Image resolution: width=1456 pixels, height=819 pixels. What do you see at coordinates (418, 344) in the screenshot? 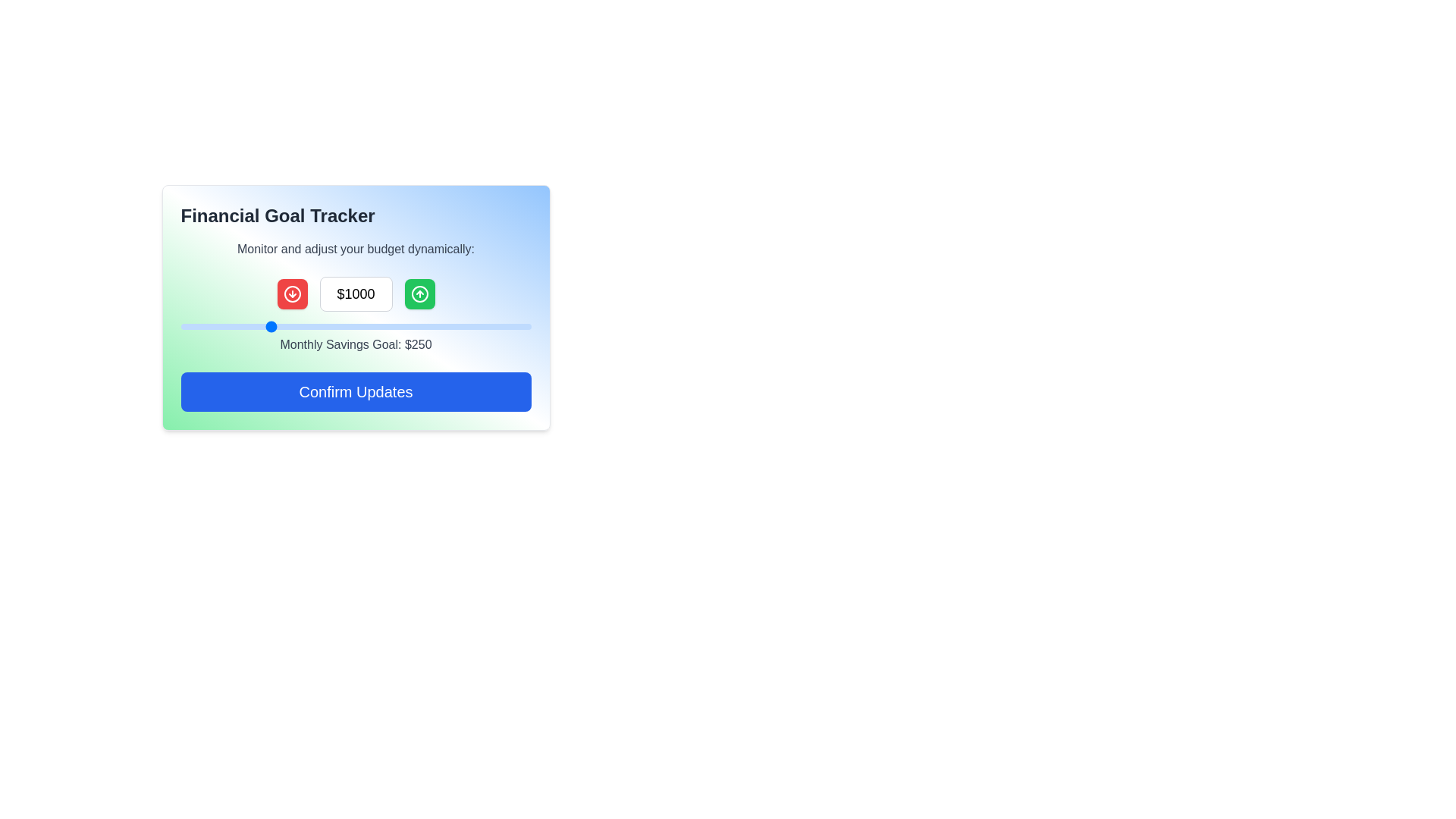
I see `value displayed in the bold text component showing '$250' which is part of the 'Monthly Savings Goal' contextual description` at bounding box center [418, 344].